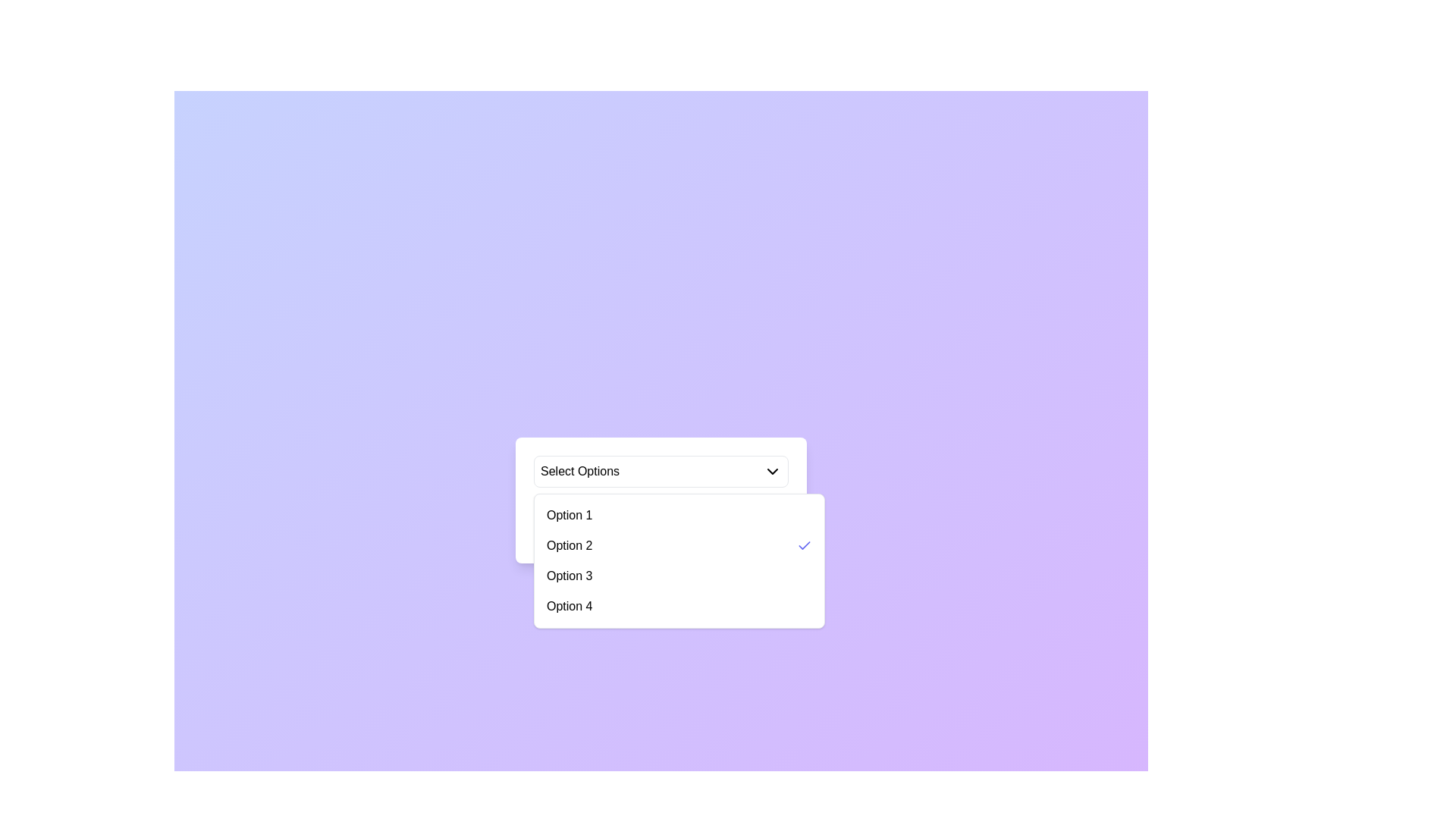 The height and width of the screenshot is (819, 1456). What do you see at coordinates (562, 532) in the screenshot?
I see `the second option in the dropdown menu labeled 'Select Options'` at bounding box center [562, 532].